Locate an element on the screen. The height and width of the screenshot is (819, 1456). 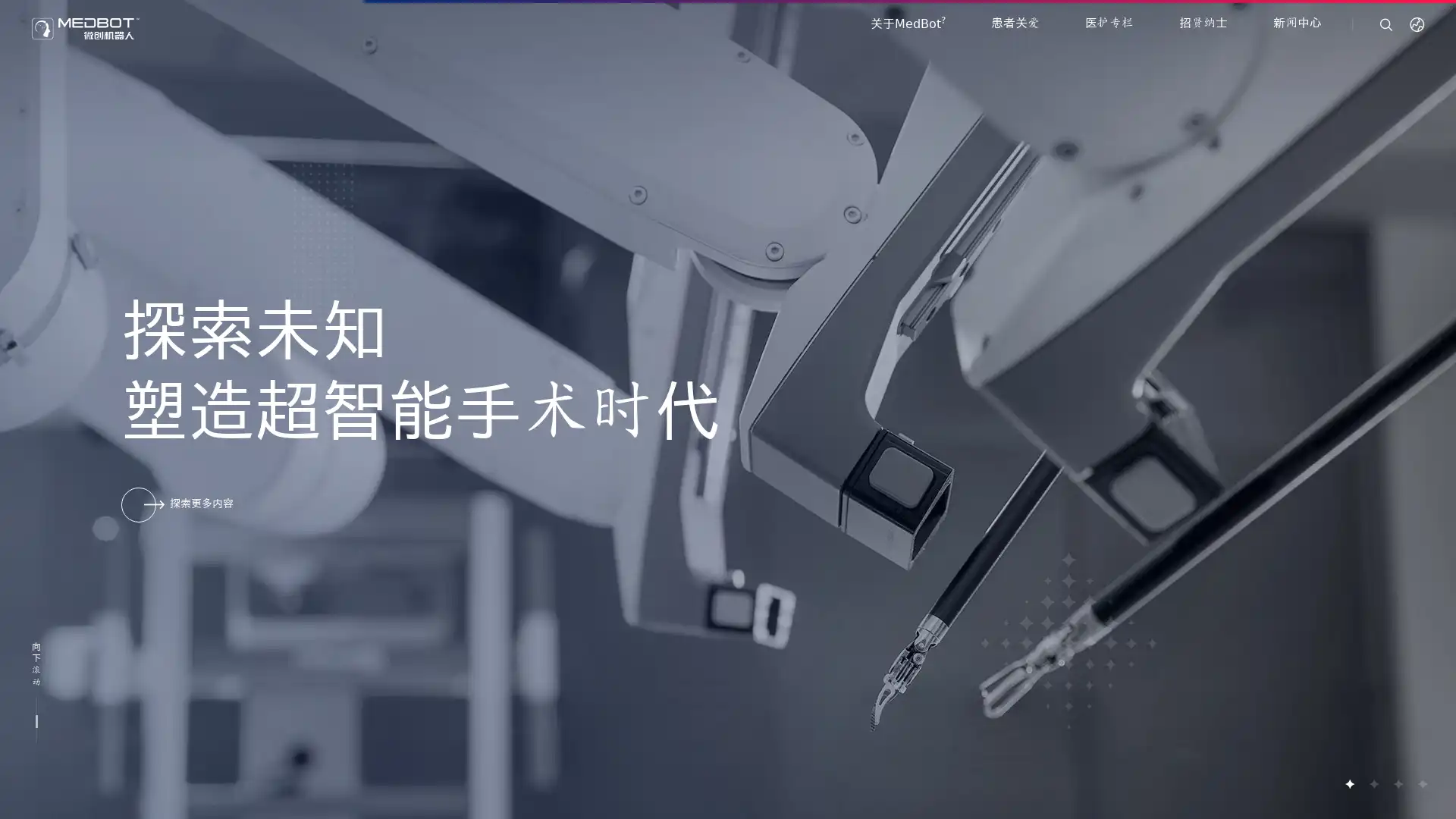
Go to slide 4 is located at coordinates (1421, 783).